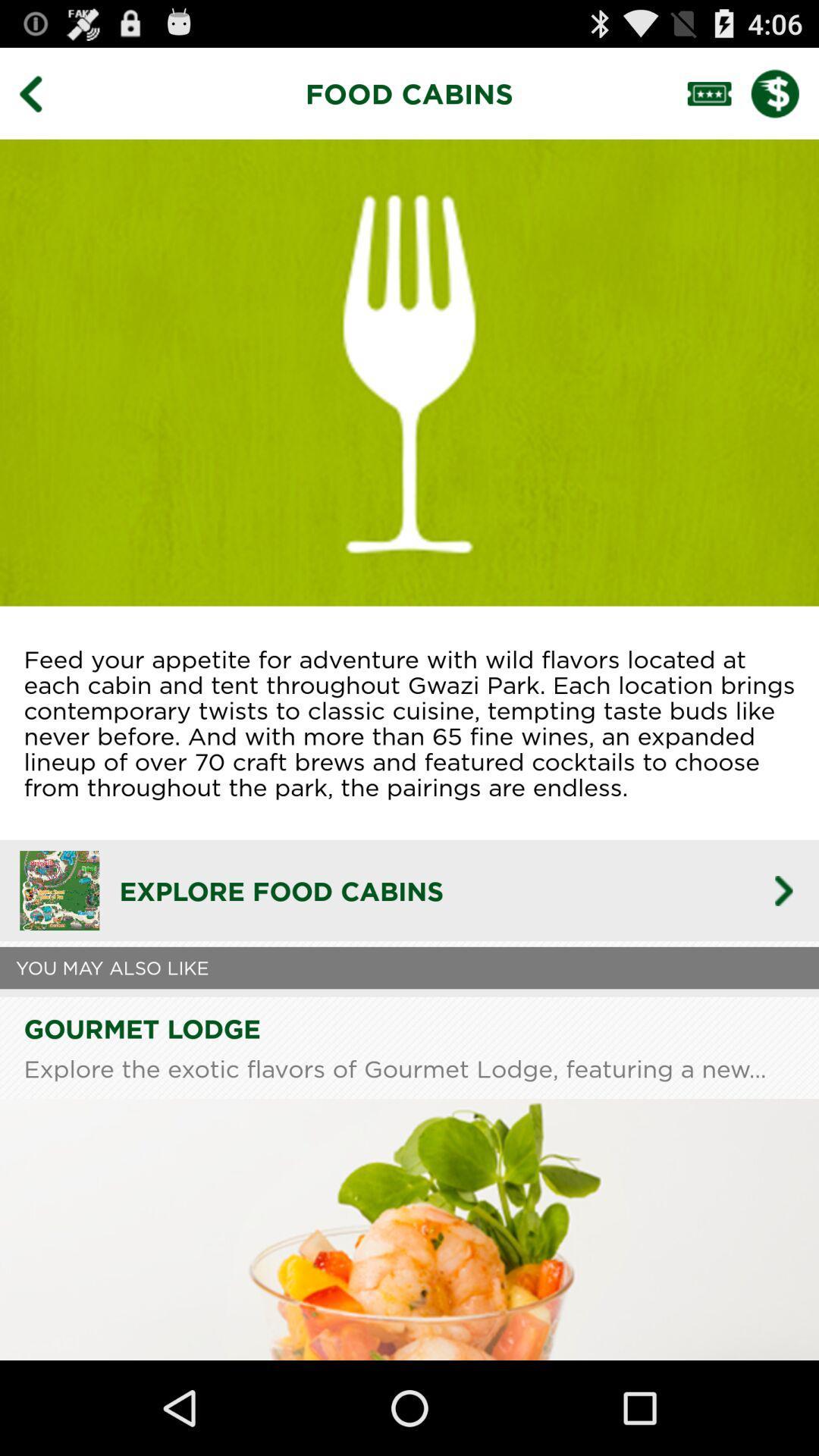 The height and width of the screenshot is (1456, 819). What do you see at coordinates (41, 93) in the screenshot?
I see `icon next to food cabins` at bounding box center [41, 93].